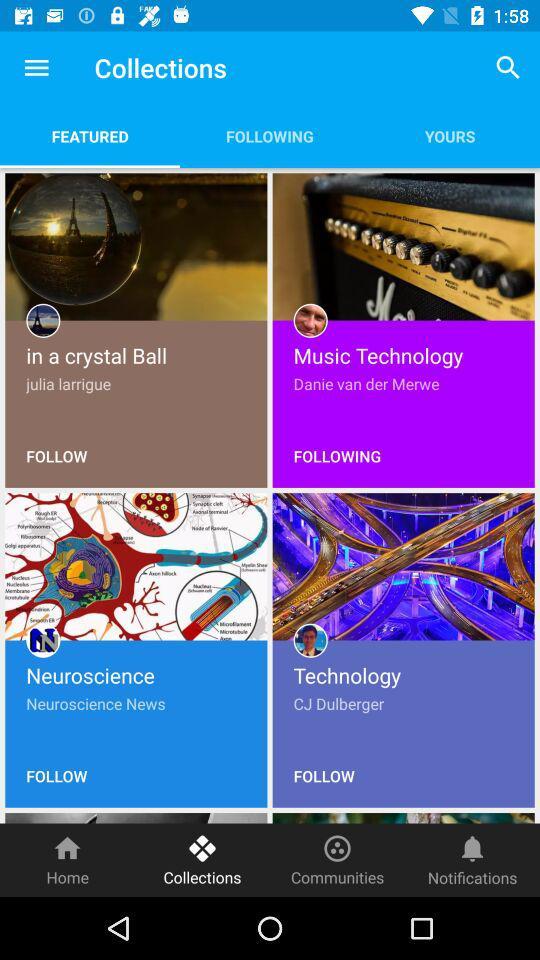 This screenshot has height=960, width=540. Describe the element at coordinates (67, 859) in the screenshot. I see `the item next to the collections item` at that location.